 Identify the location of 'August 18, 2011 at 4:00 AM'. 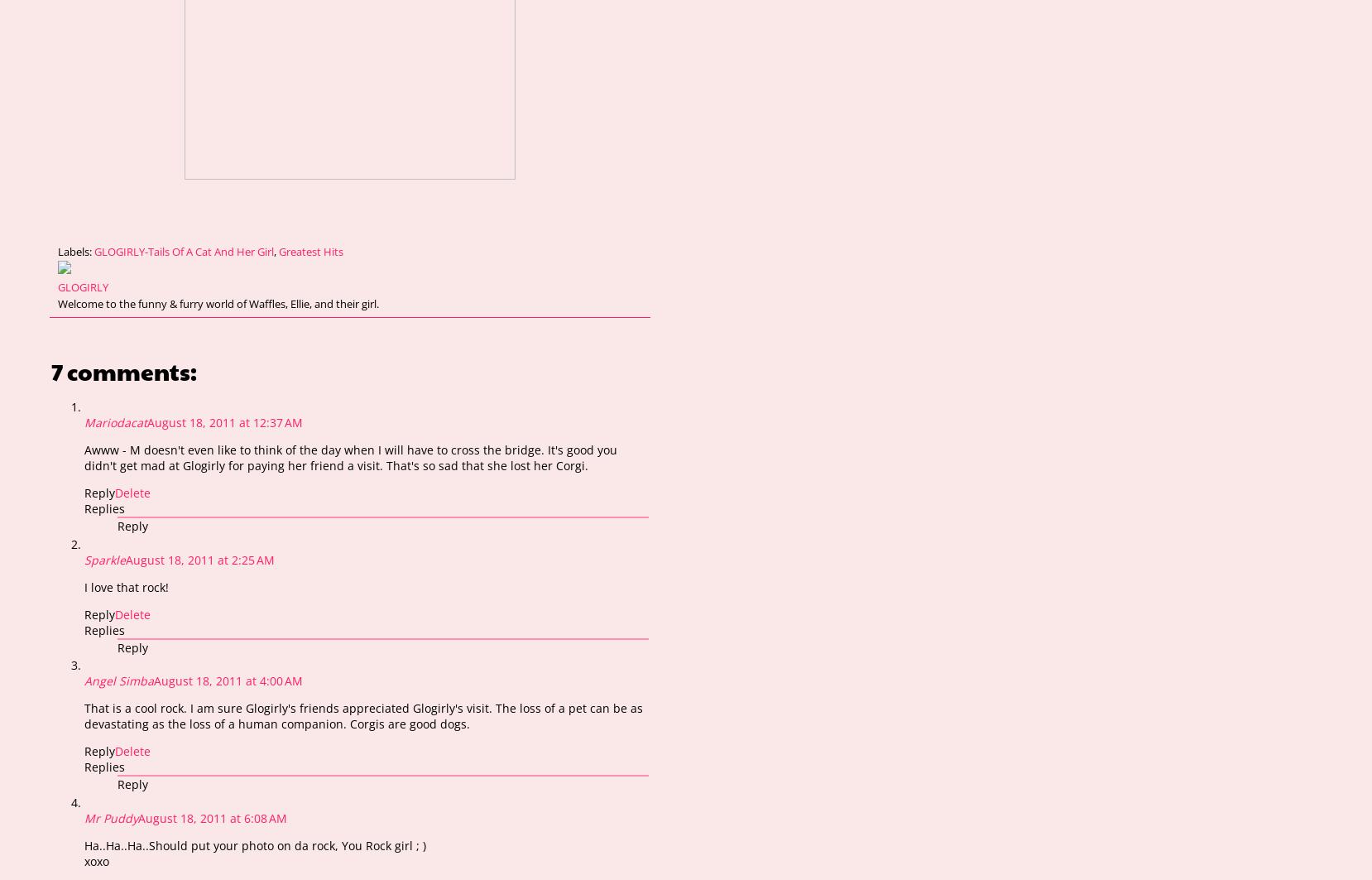
(228, 680).